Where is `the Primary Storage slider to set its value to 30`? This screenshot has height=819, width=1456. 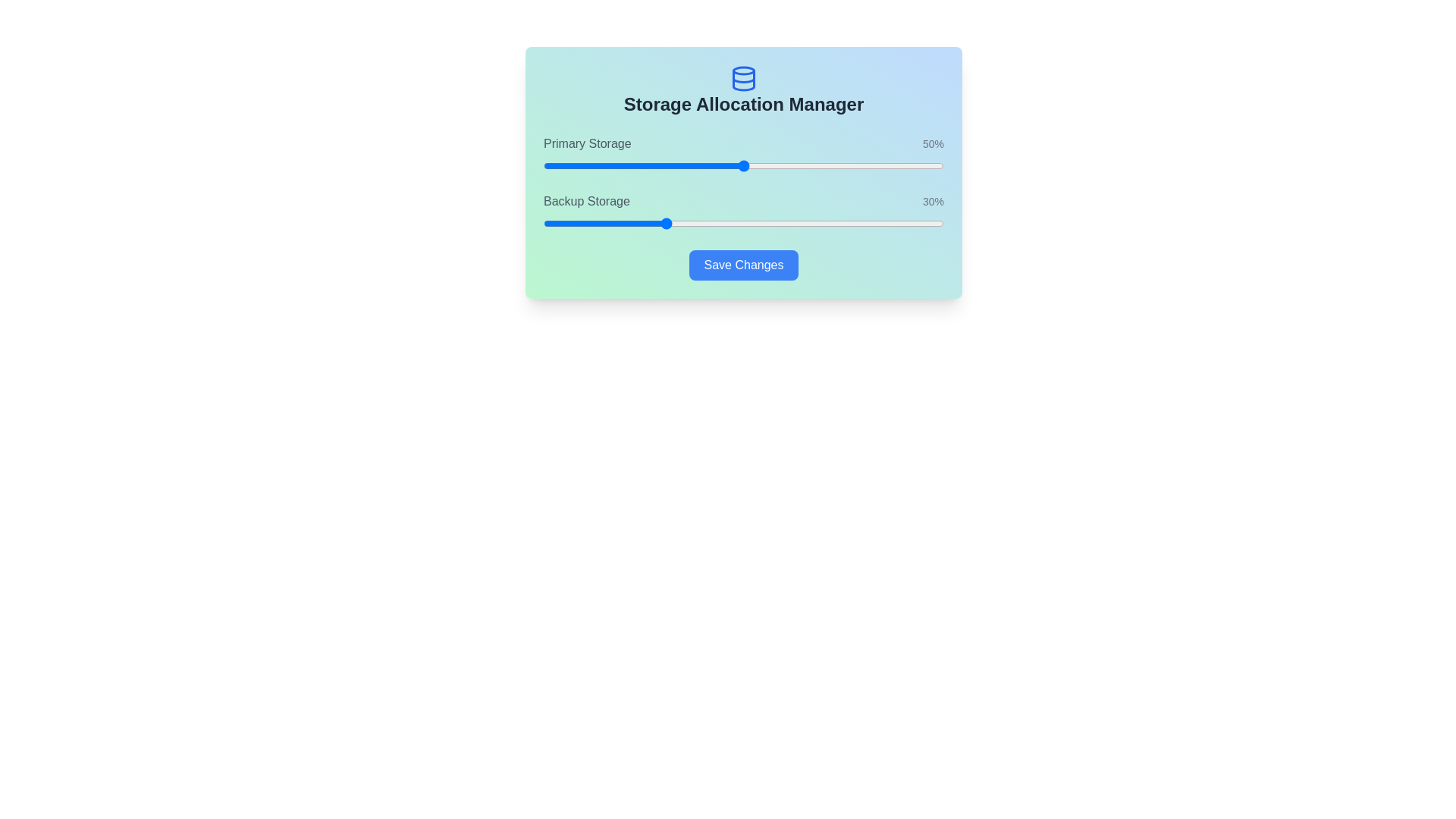
the Primary Storage slider to set its value to 30 is located at coordinates (664, 166).